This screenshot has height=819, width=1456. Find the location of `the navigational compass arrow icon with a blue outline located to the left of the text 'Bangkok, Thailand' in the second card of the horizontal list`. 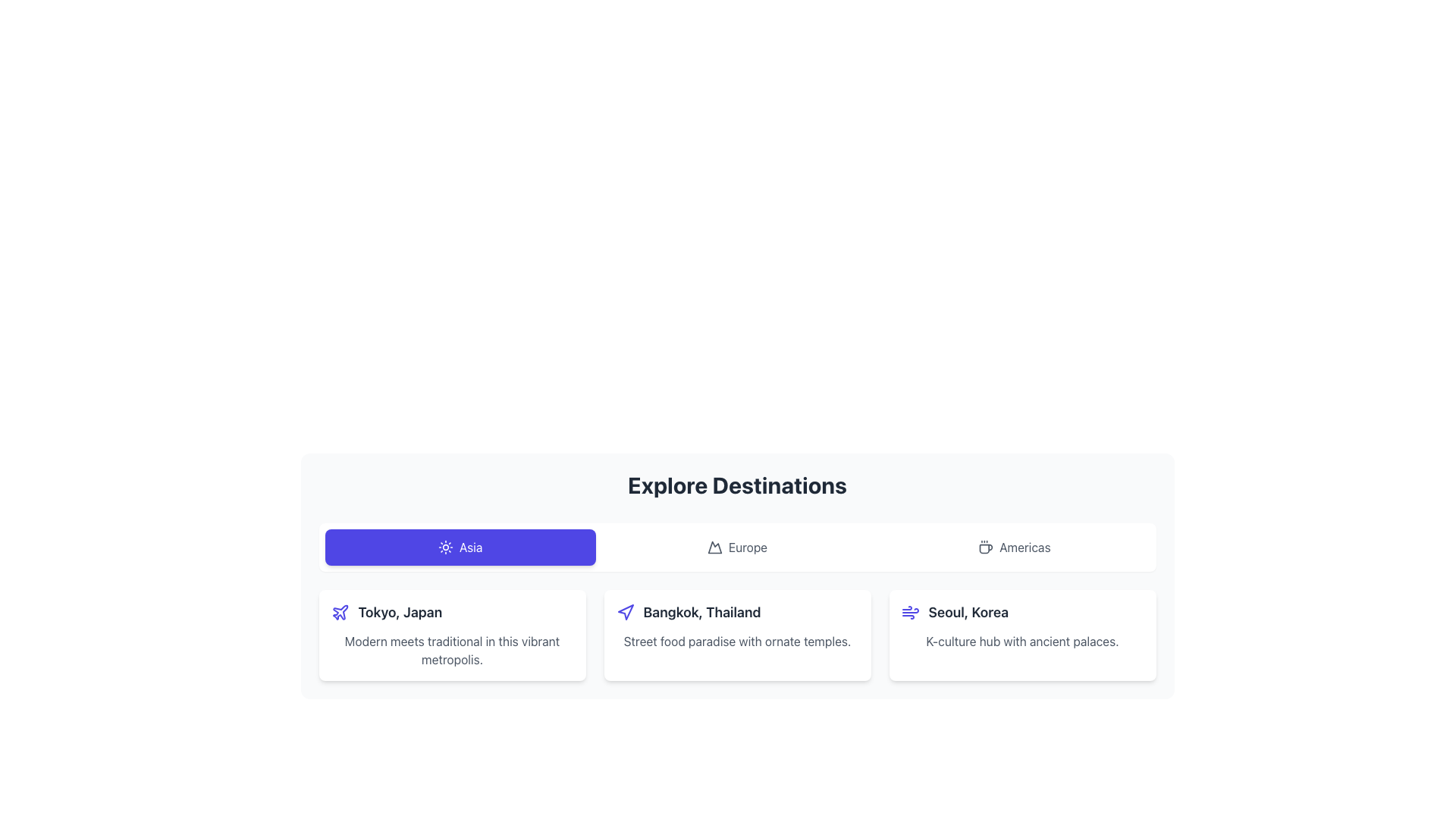

the navigational compass arrow icon with a blue outline located to the left of the text 'Bangkok, Thailand' in the second card of the horizontal list is located at coordinates (625, 611).